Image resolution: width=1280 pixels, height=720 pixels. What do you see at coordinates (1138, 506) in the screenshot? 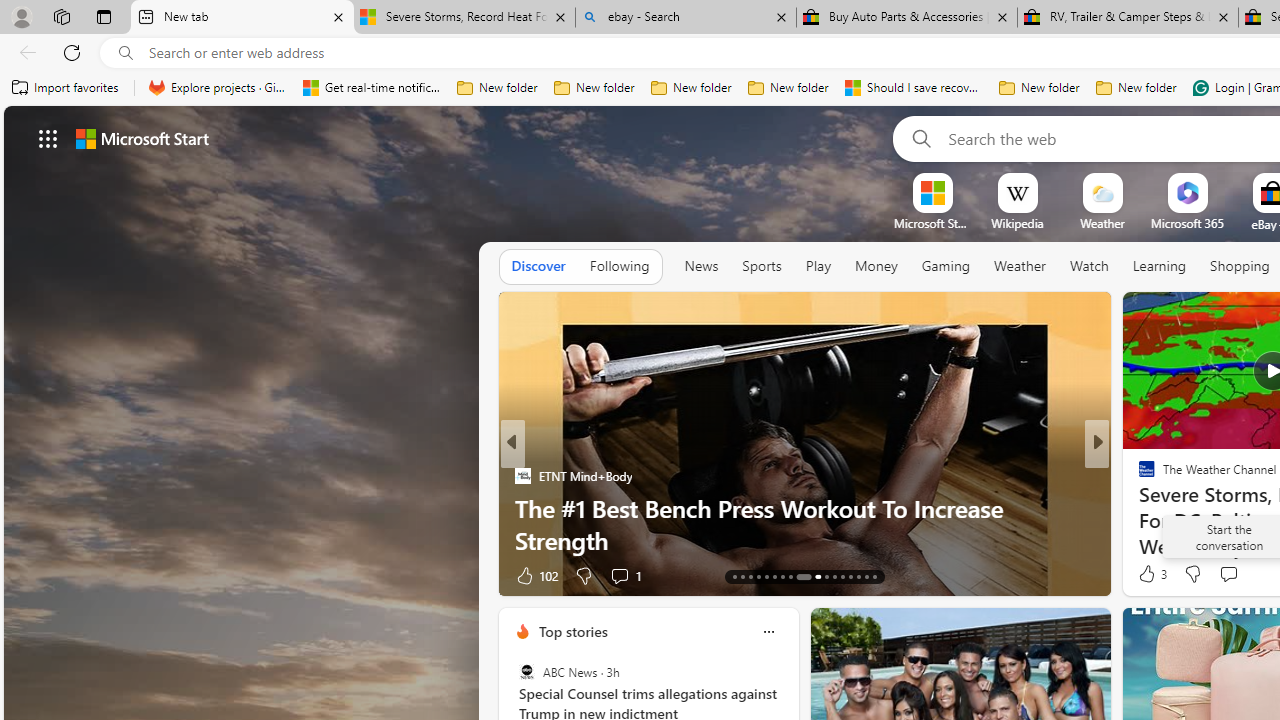
I see `'MUO'` at bounding box center [1138, 506].